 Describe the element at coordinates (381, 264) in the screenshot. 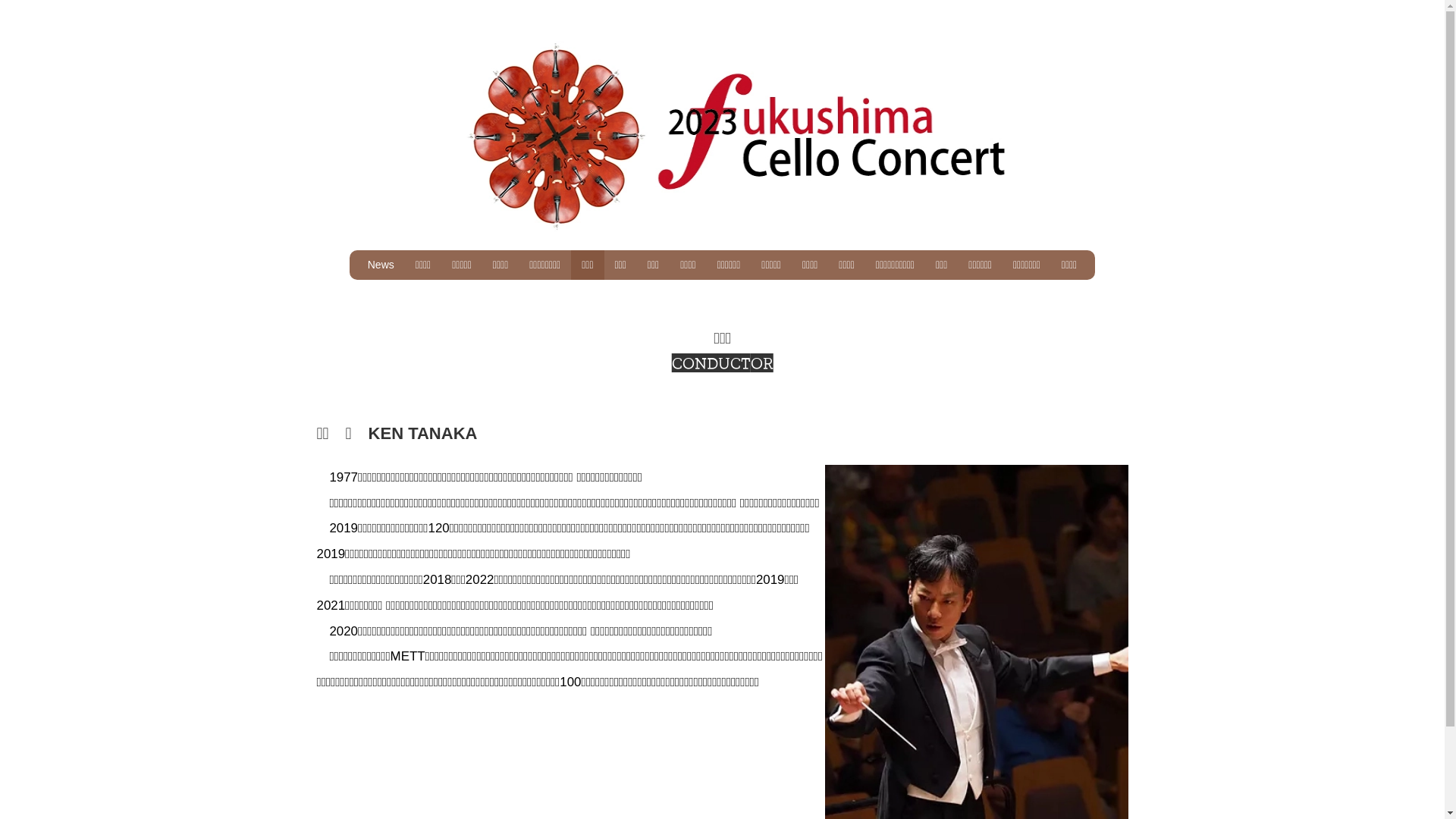

I see `'News'` at that location.